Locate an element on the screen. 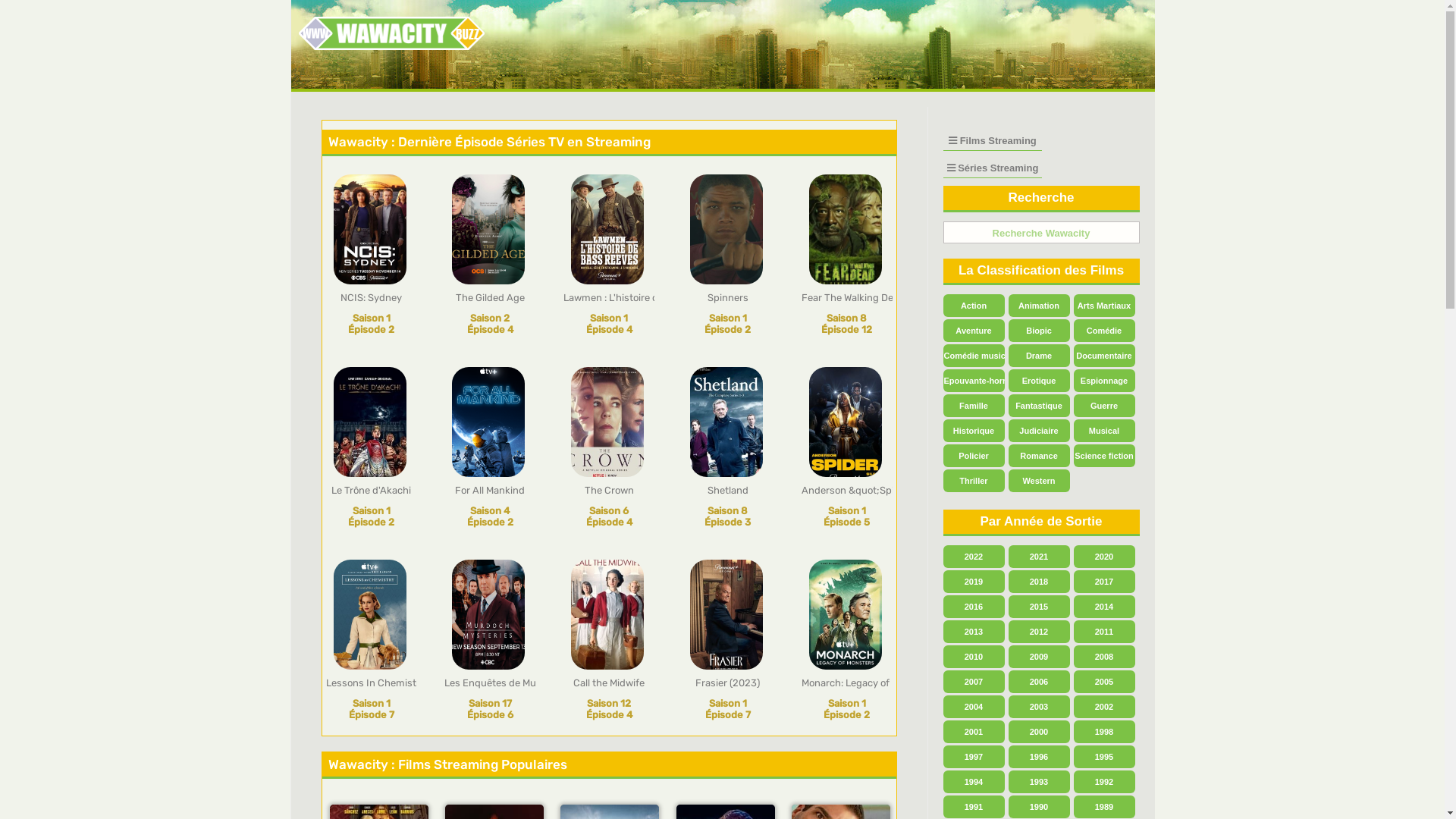  '2019' is located at coordinates (974, 581).